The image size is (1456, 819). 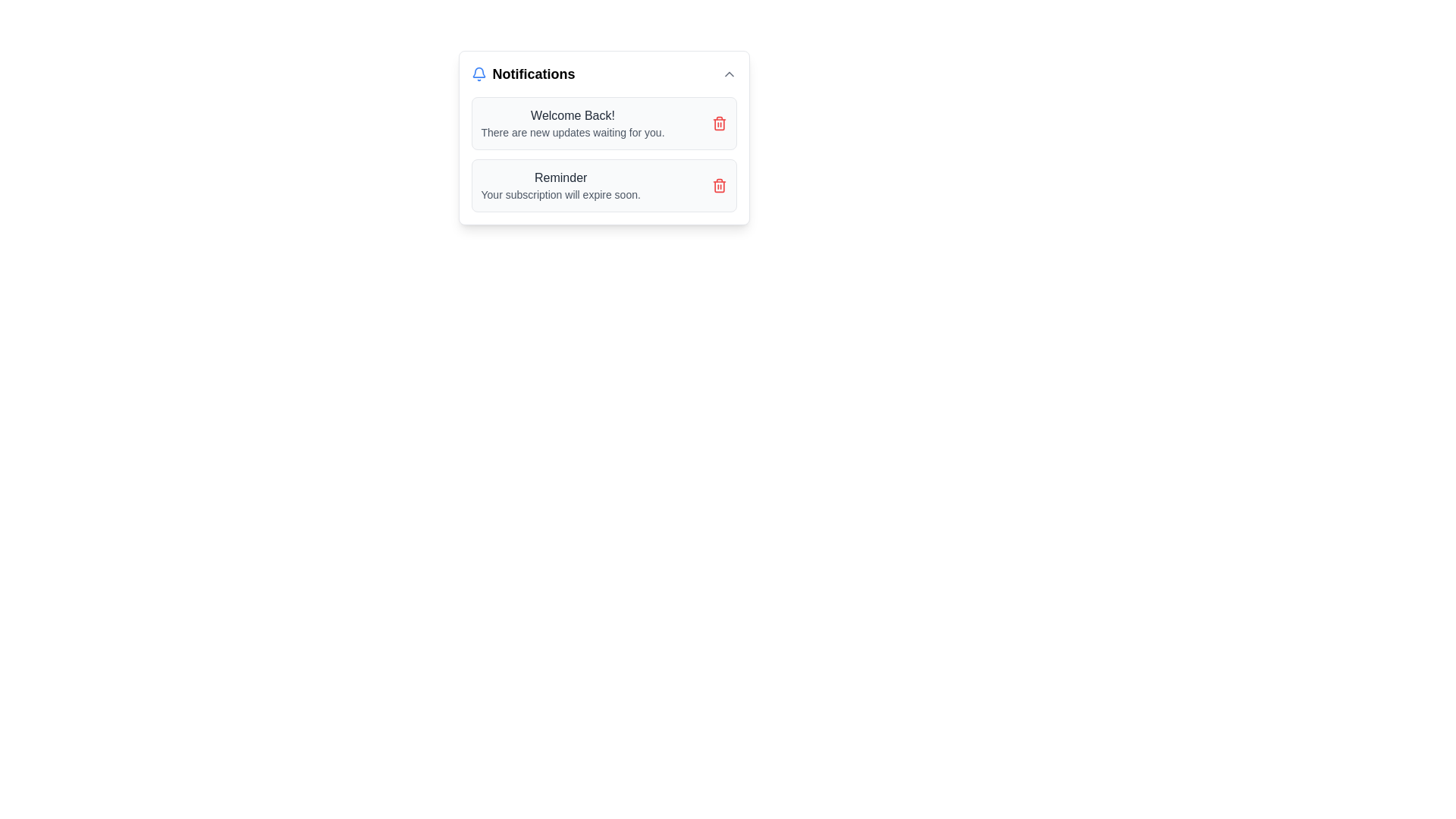 I want to click on the 'Reminder' text label in the notification panel, which is styled with gray color and is the first line of a two-line message, so click(x=560, y=177).